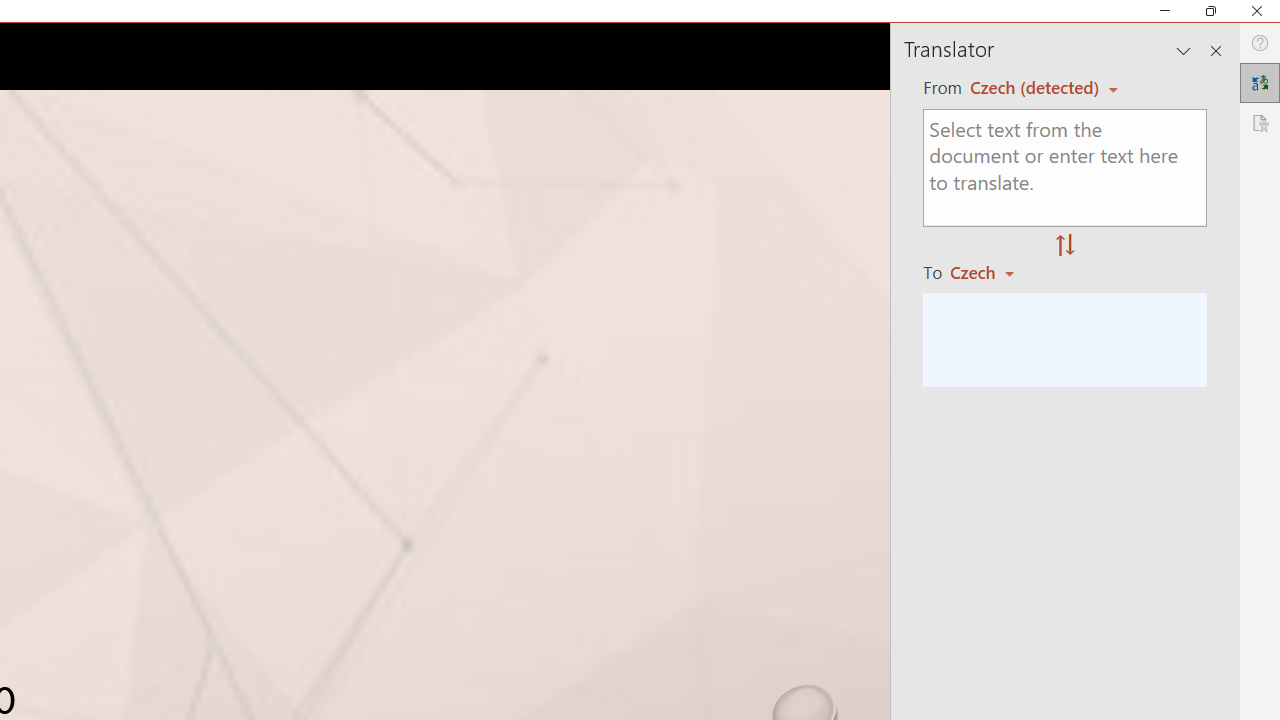  What do you see at coordinates (991, 272) in the screenshot?
I see `'Czech'` at bounding box center [991, 272].